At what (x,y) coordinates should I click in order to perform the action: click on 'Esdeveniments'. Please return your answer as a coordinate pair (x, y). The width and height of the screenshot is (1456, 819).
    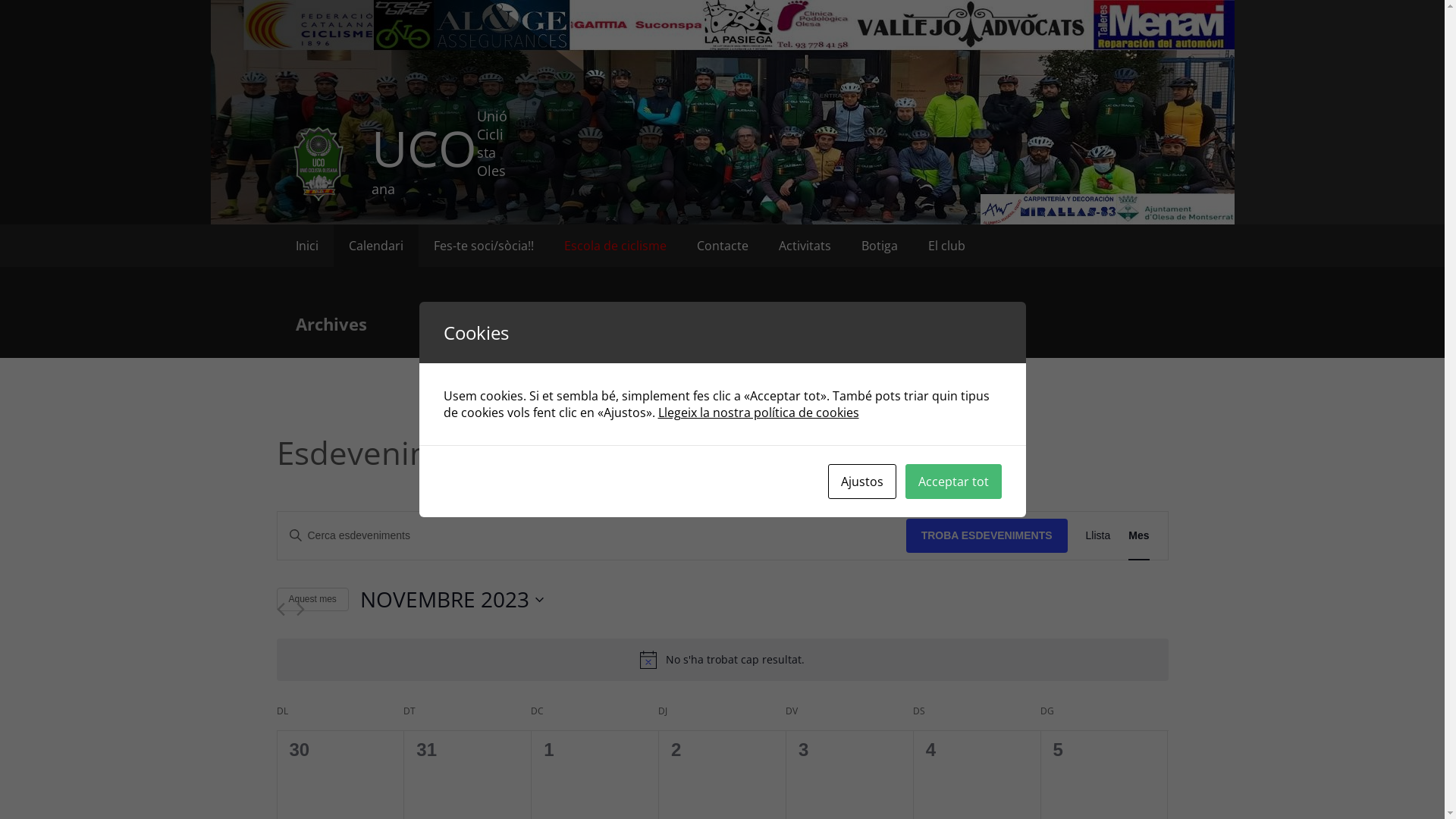
    Looking at the image, I should click on (389, 452).